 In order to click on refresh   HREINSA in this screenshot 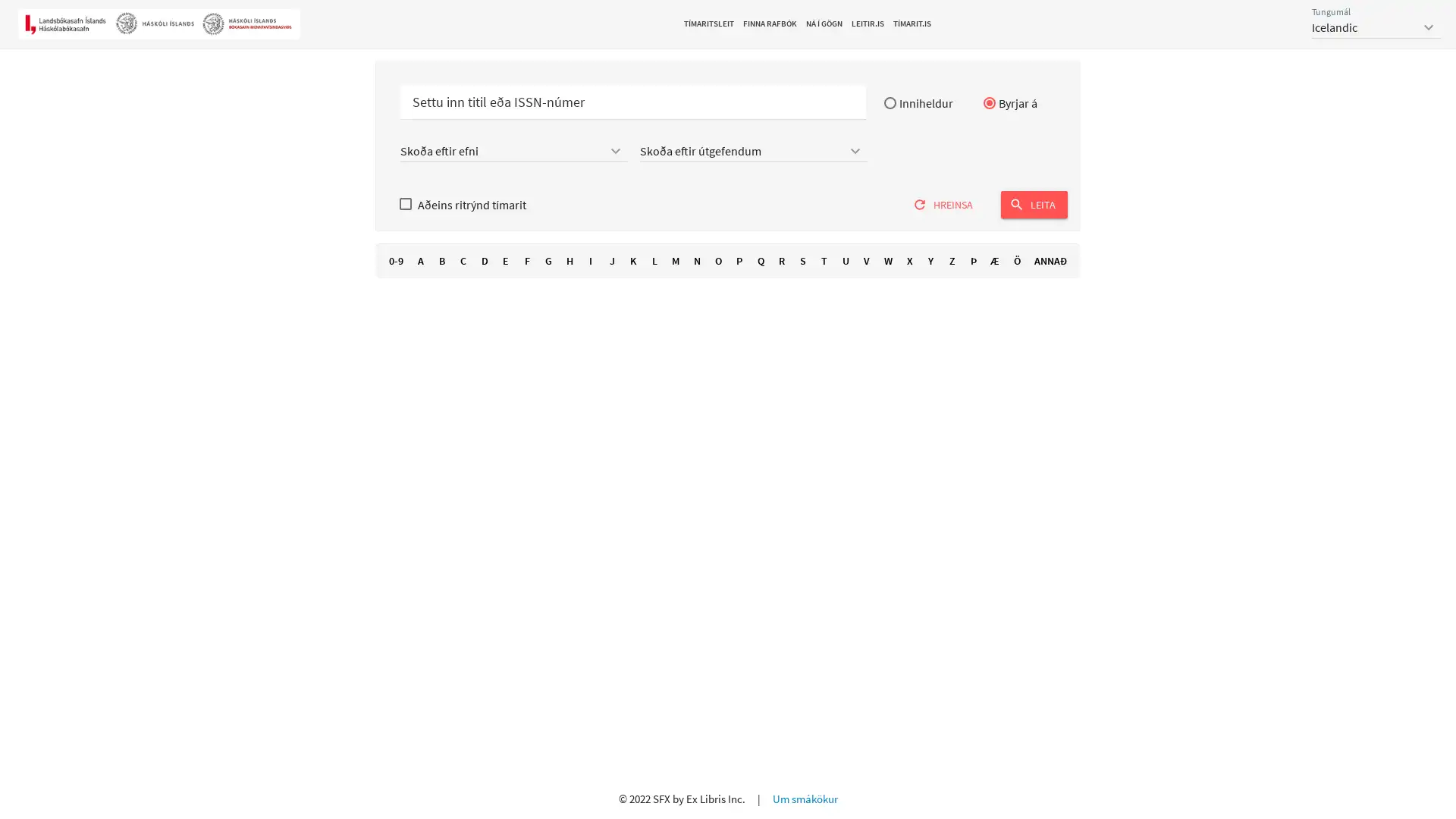, I will do `click(943, 205)`.